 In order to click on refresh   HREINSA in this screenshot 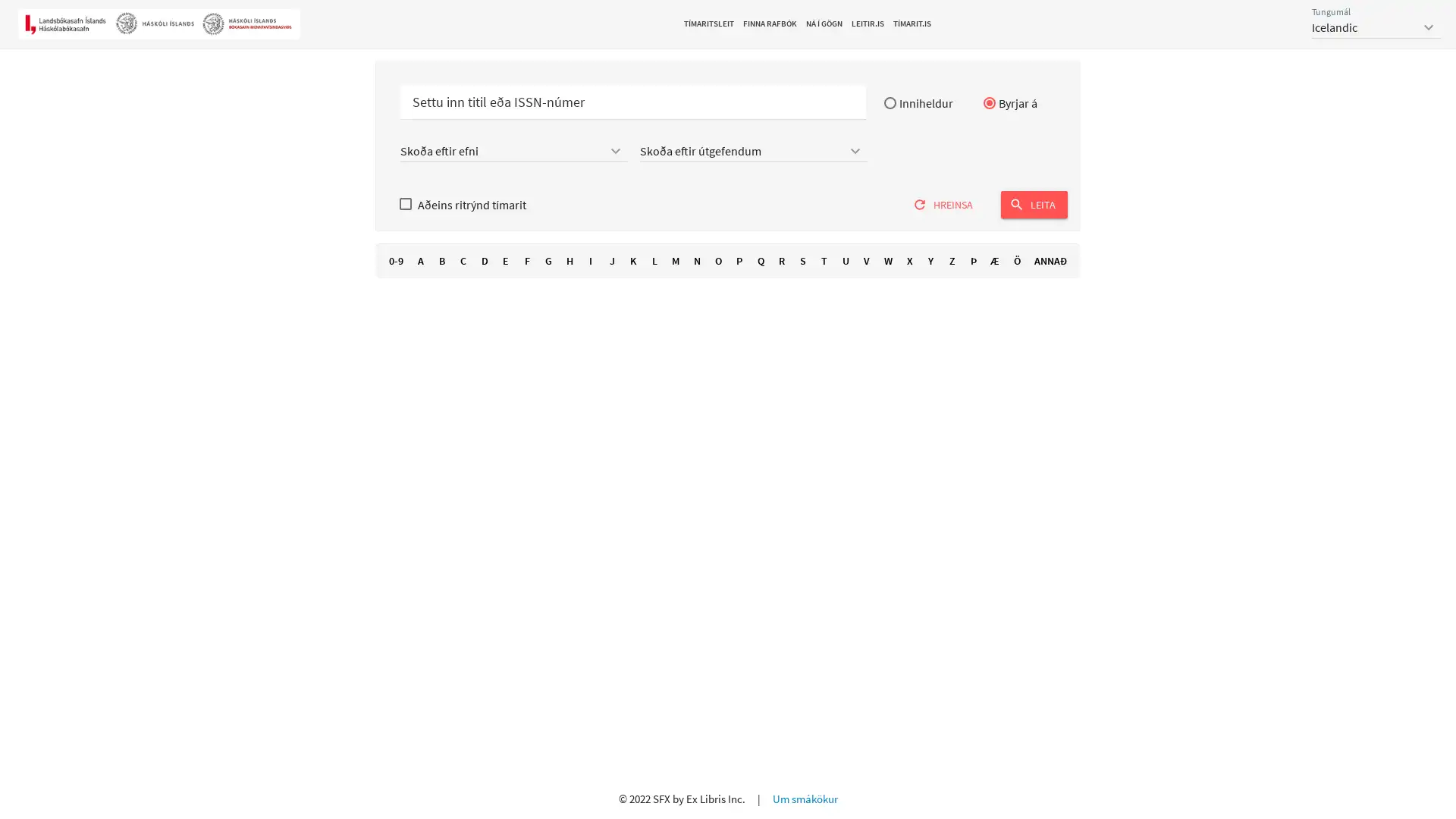, I will do `click(943, 205)`.